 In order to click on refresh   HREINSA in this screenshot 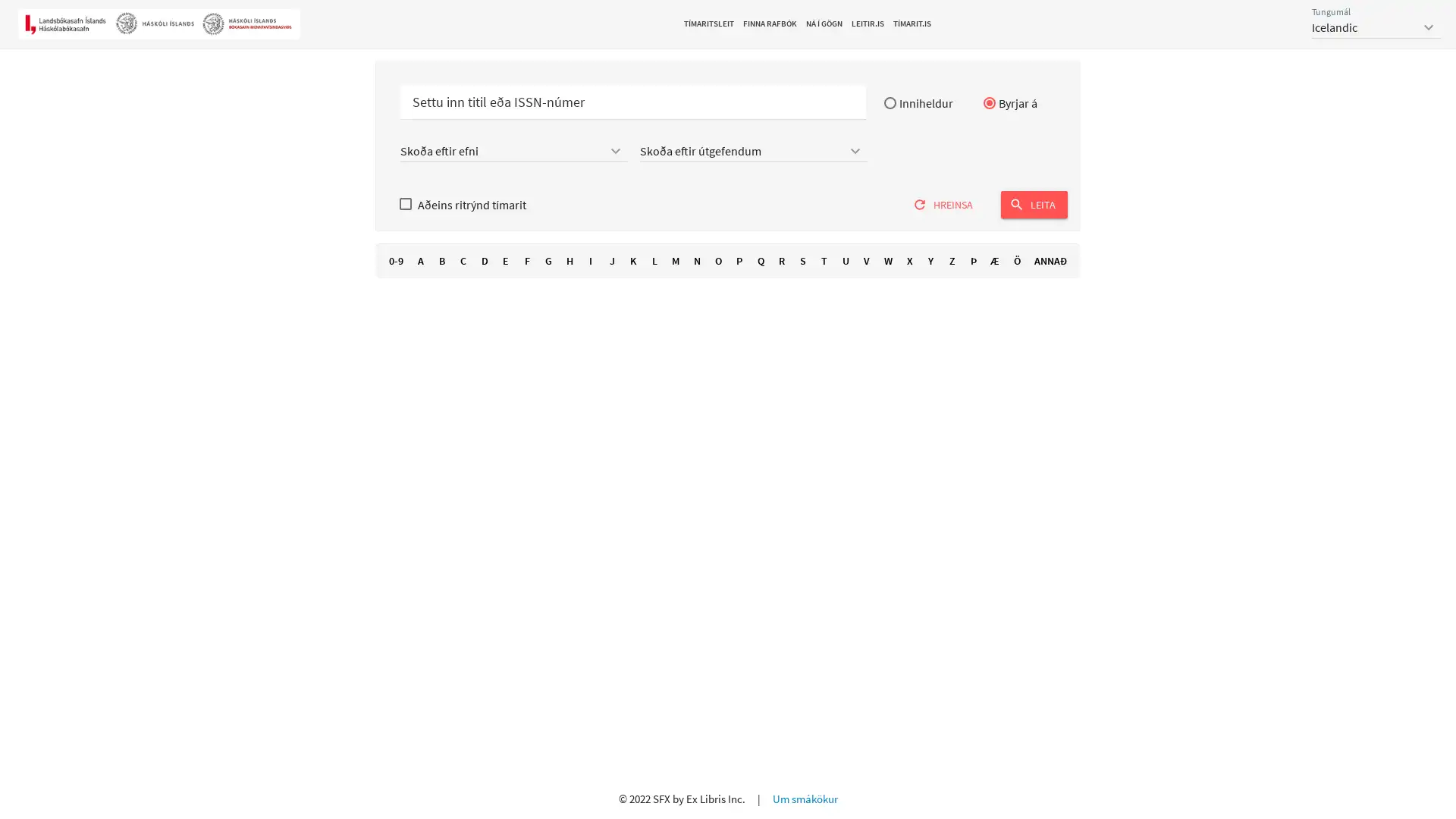, I will do `click(943, 205)`.